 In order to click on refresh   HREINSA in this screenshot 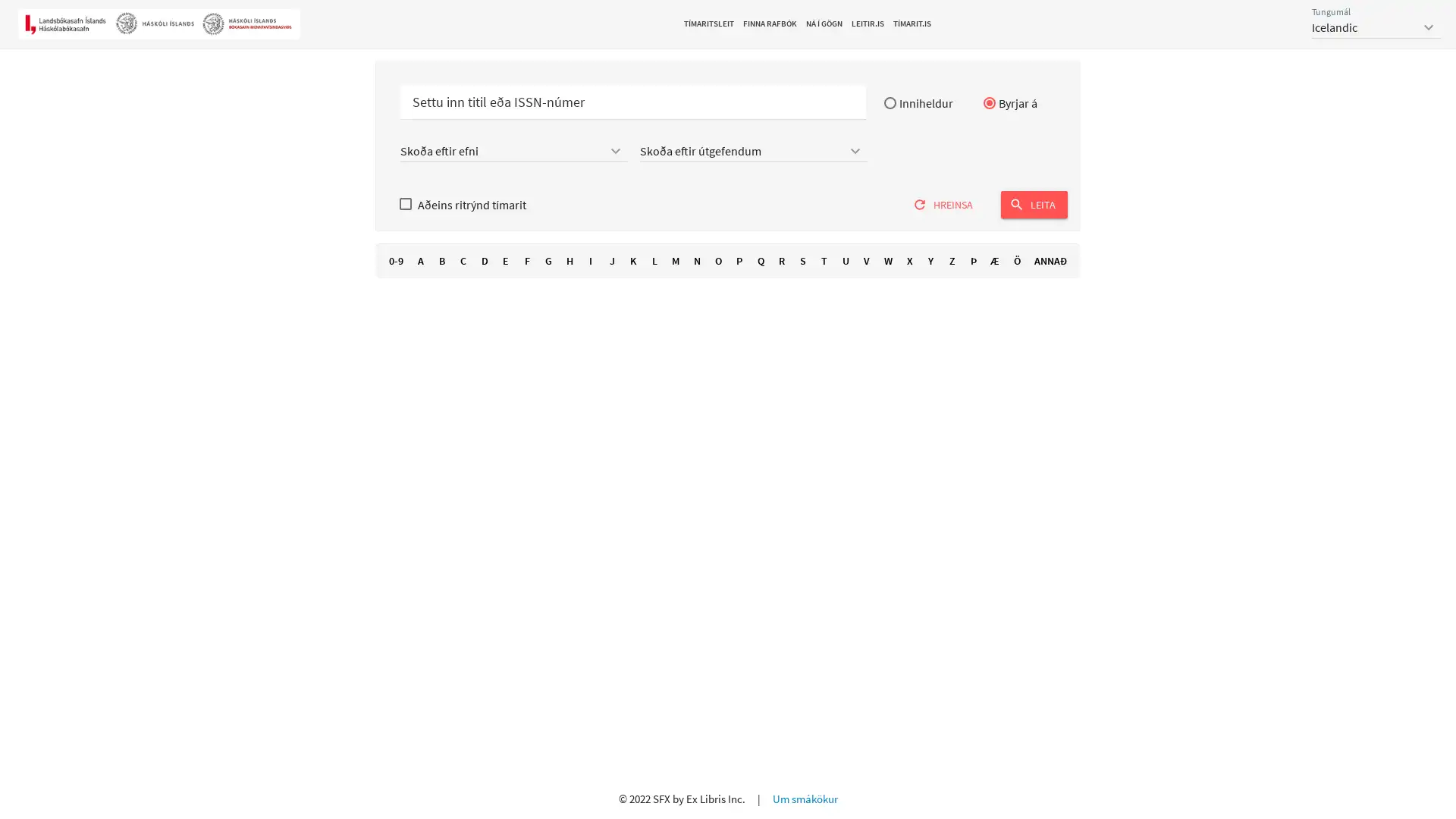, I will do `click(943, 205)`.